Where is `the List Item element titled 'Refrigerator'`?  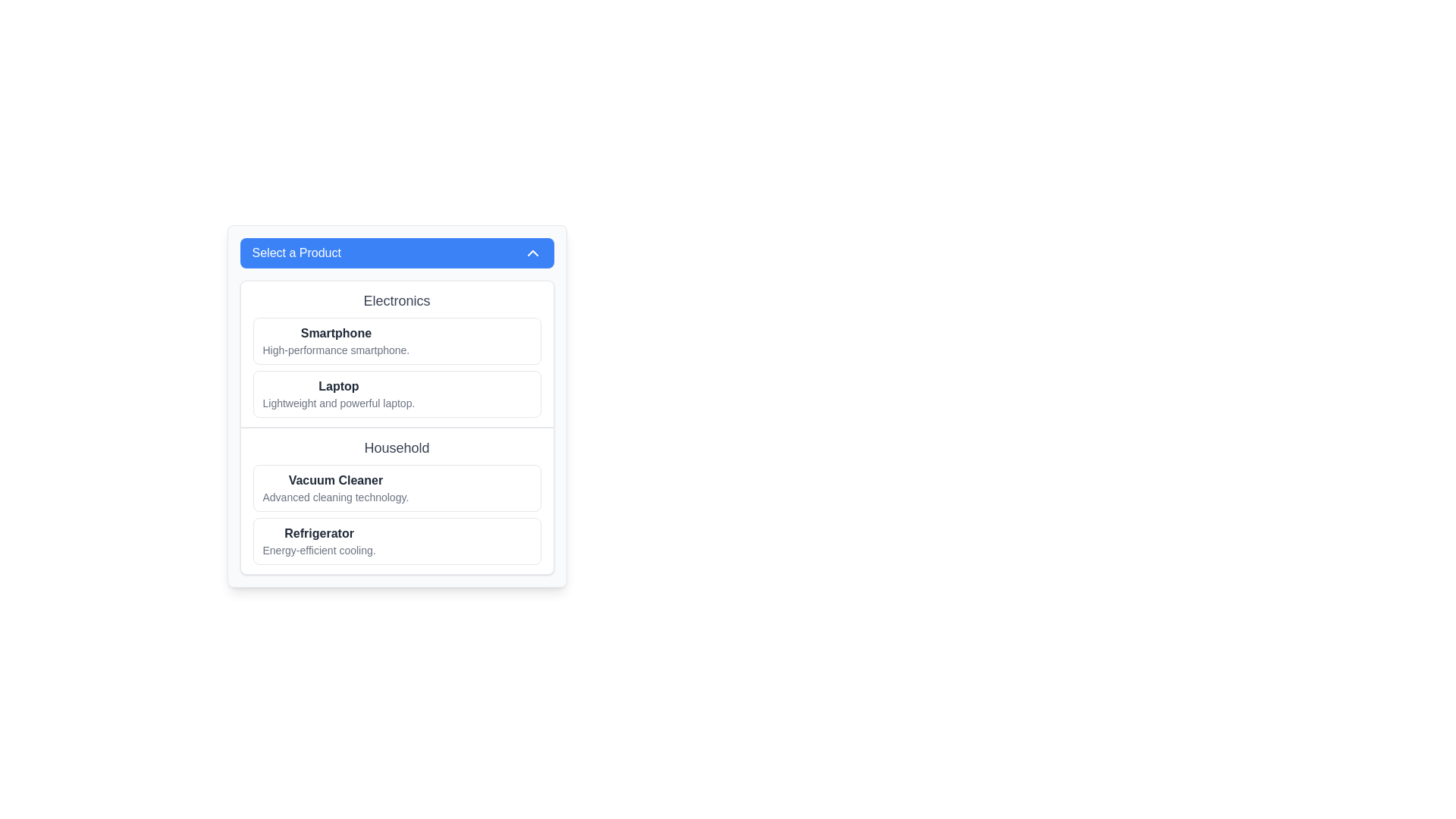 the List Item element titled 'Refrigerator' is located at coordinates (397, 540).